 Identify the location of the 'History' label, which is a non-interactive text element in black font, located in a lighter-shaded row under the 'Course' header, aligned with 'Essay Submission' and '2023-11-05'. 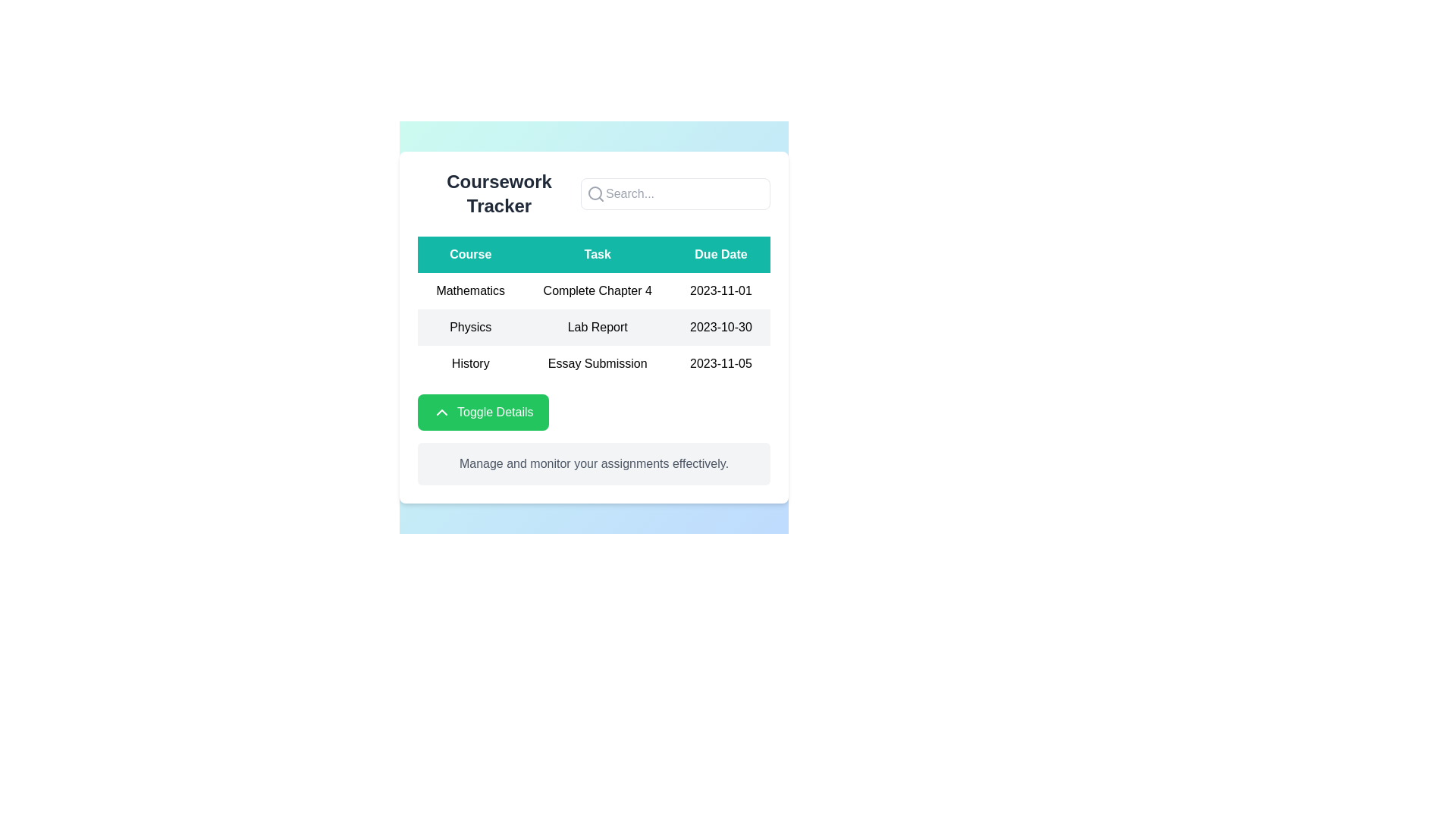
(469, 363).